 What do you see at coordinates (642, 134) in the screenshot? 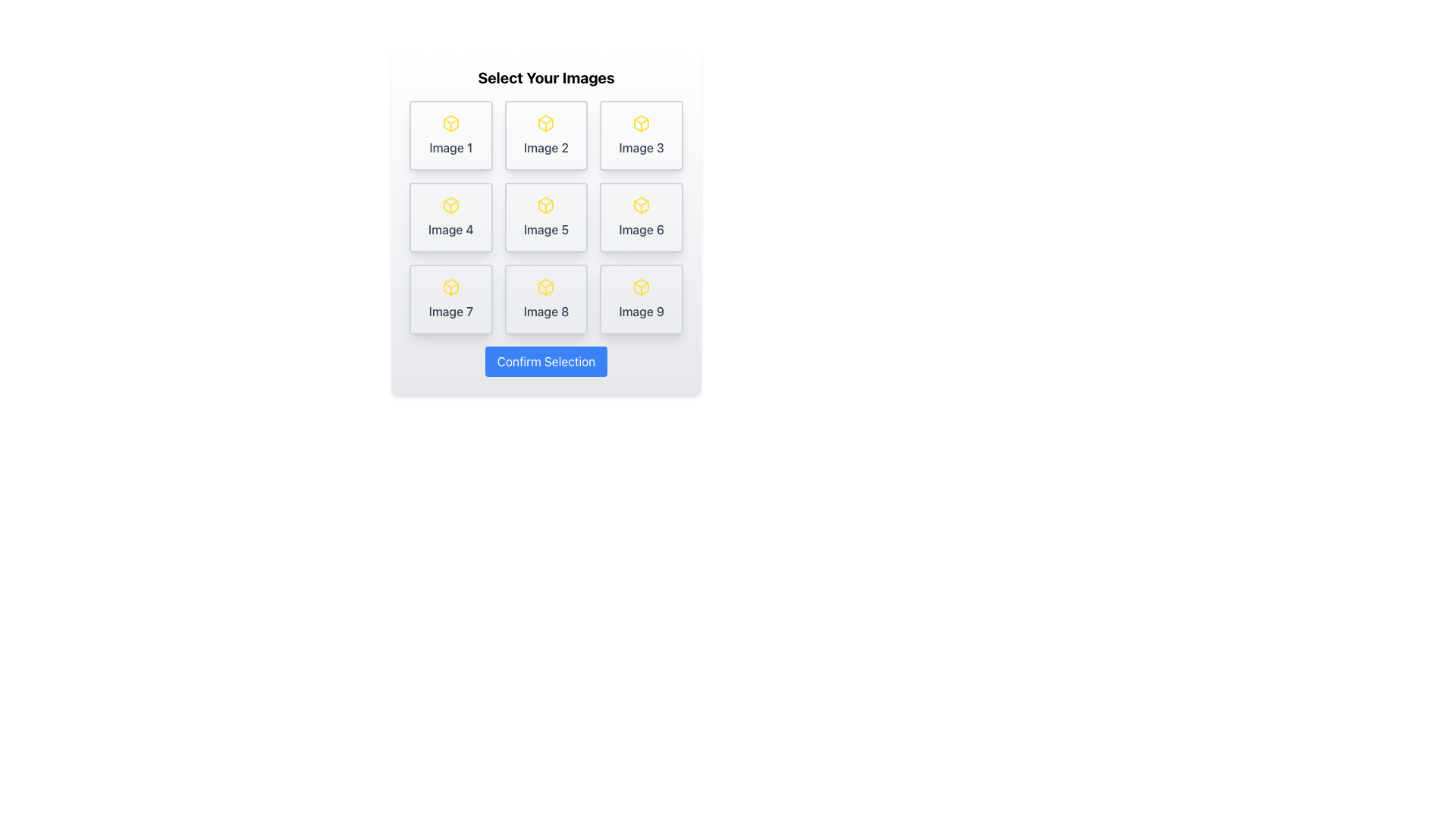
I see `the selectable card labeled 'Image 3' located in the top-right corner of the grid` at bounding box center [642, 134].